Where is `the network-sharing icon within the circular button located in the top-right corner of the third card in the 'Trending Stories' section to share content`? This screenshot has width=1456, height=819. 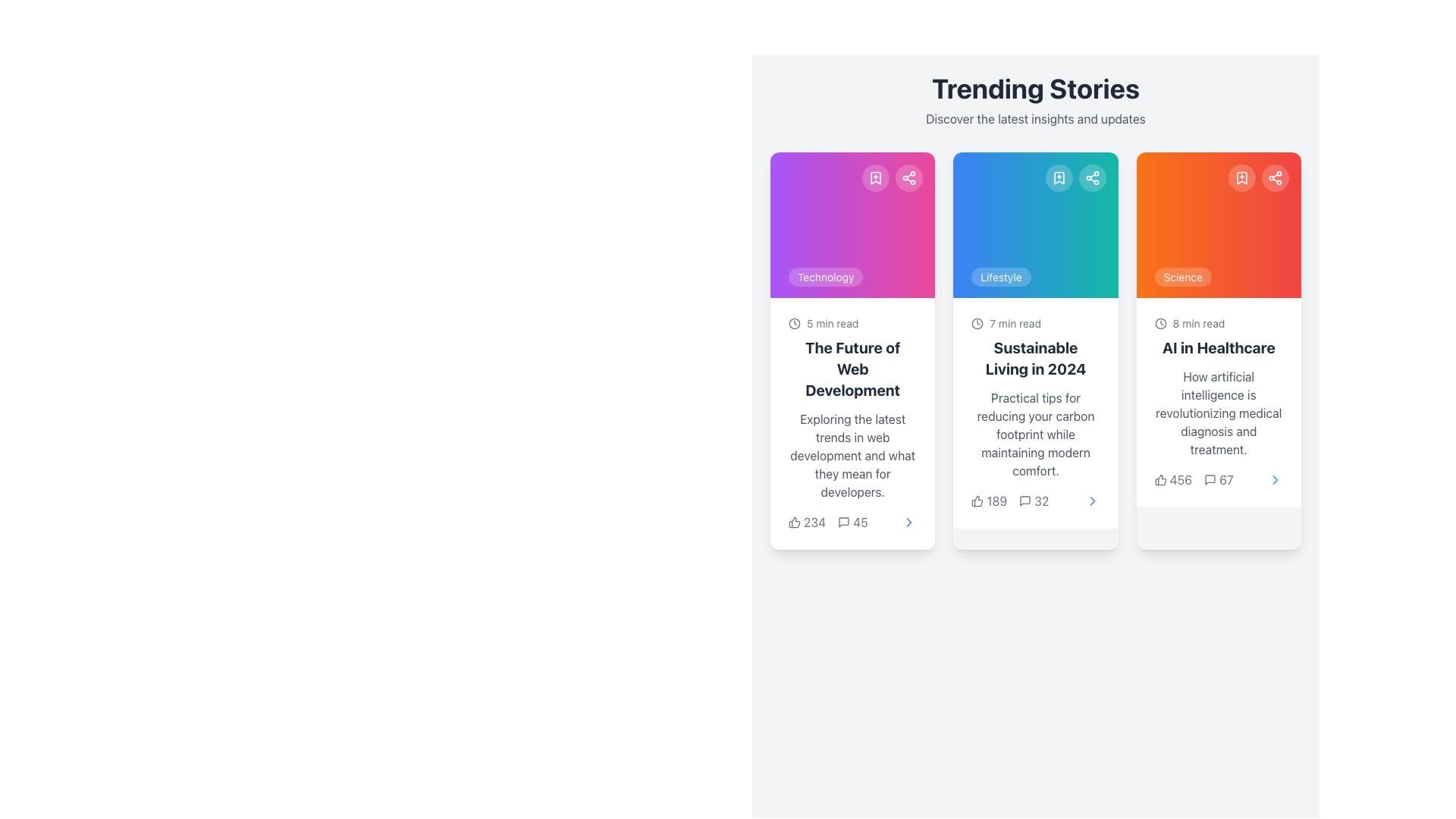
the network-sharing icon within the circular button located in the top-right corner of the third card in the 'Trending Stories' section to share content is located at coordinates (1092, 177).